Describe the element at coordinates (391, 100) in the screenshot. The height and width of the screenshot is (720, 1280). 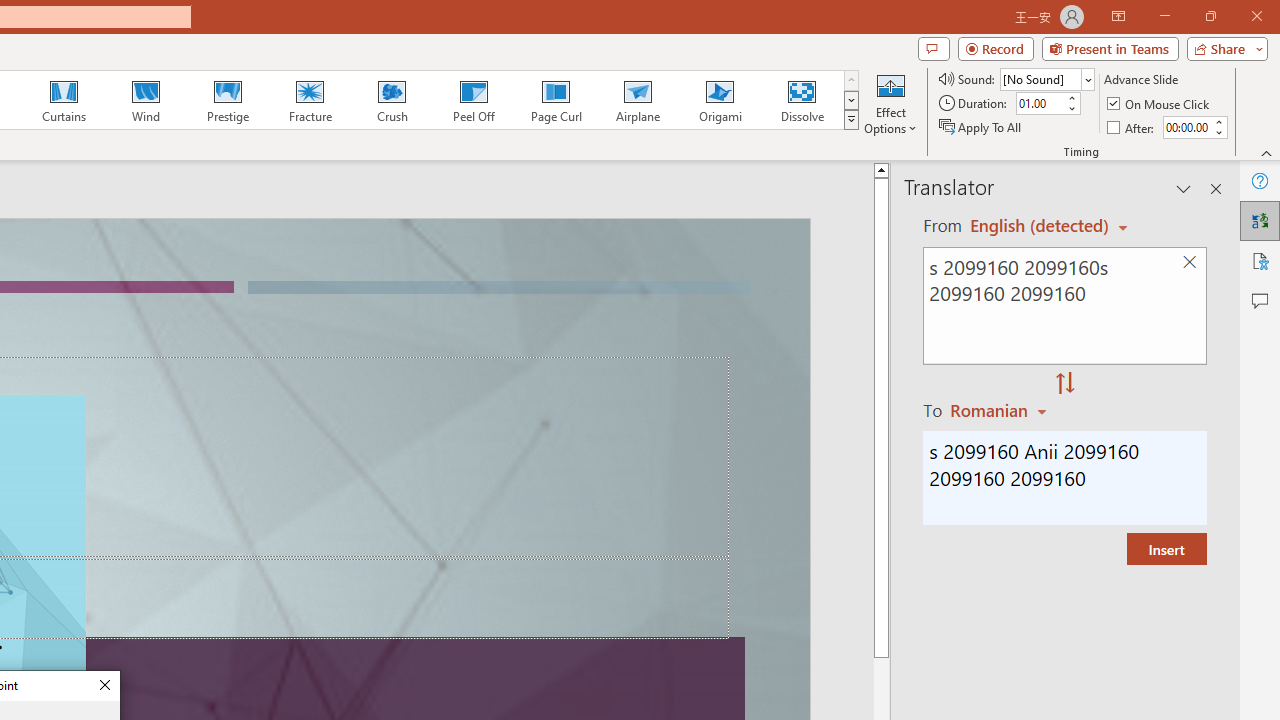
I see `'Crush'` at that location.